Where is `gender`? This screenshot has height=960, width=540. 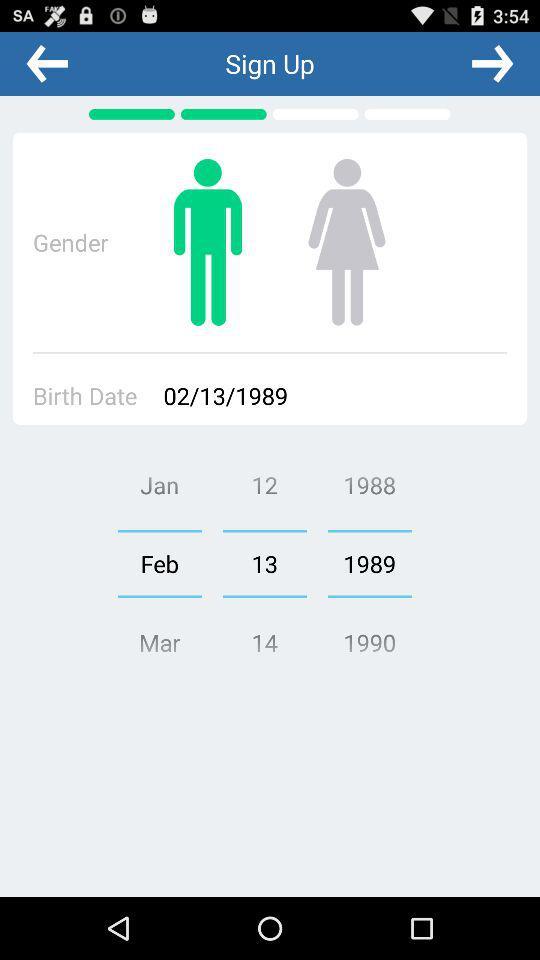
gender is located at coordinates (207, 241).